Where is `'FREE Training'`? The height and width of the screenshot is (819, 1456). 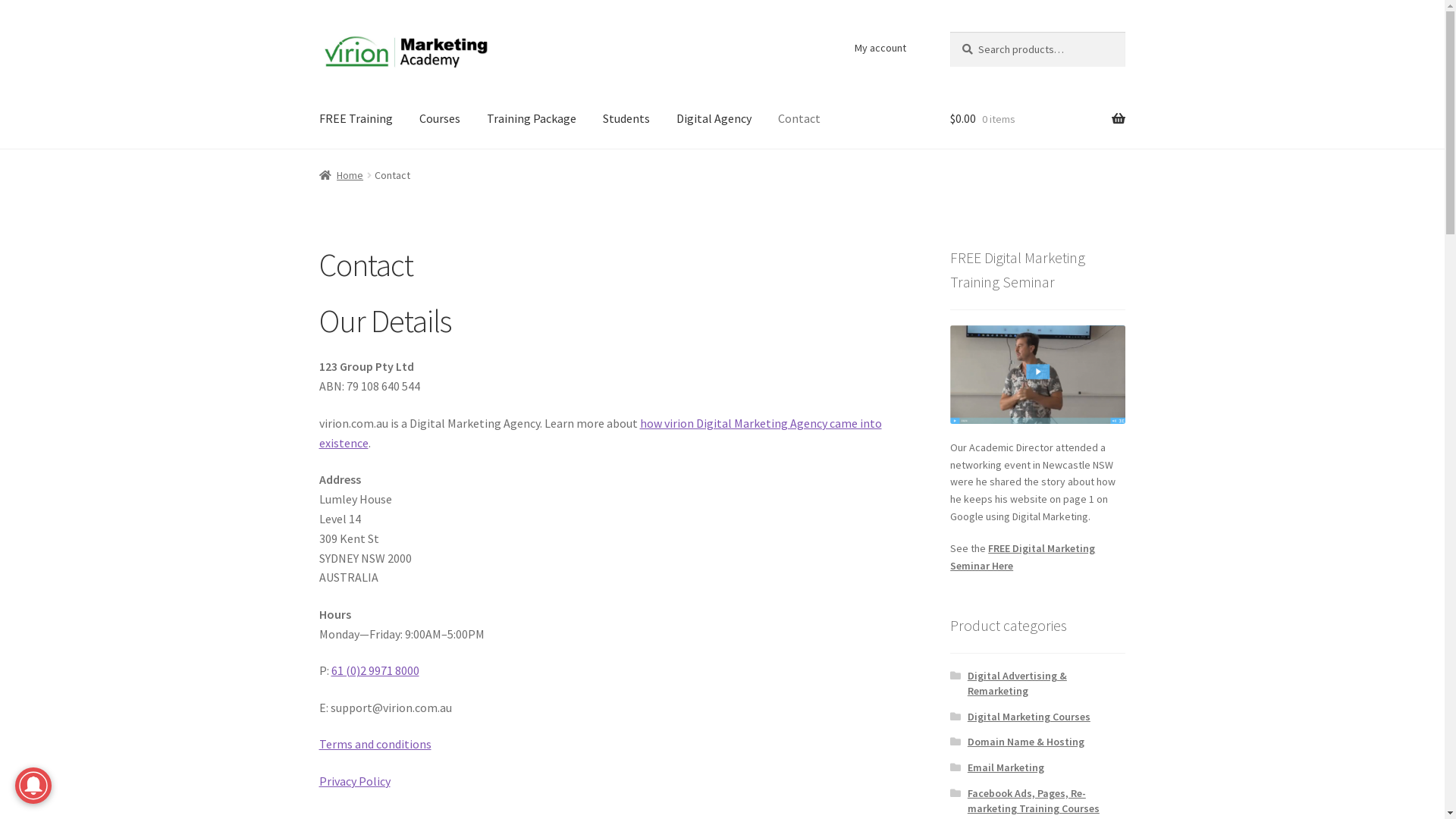
'FREE Training' is located at coordinates (355, 118).